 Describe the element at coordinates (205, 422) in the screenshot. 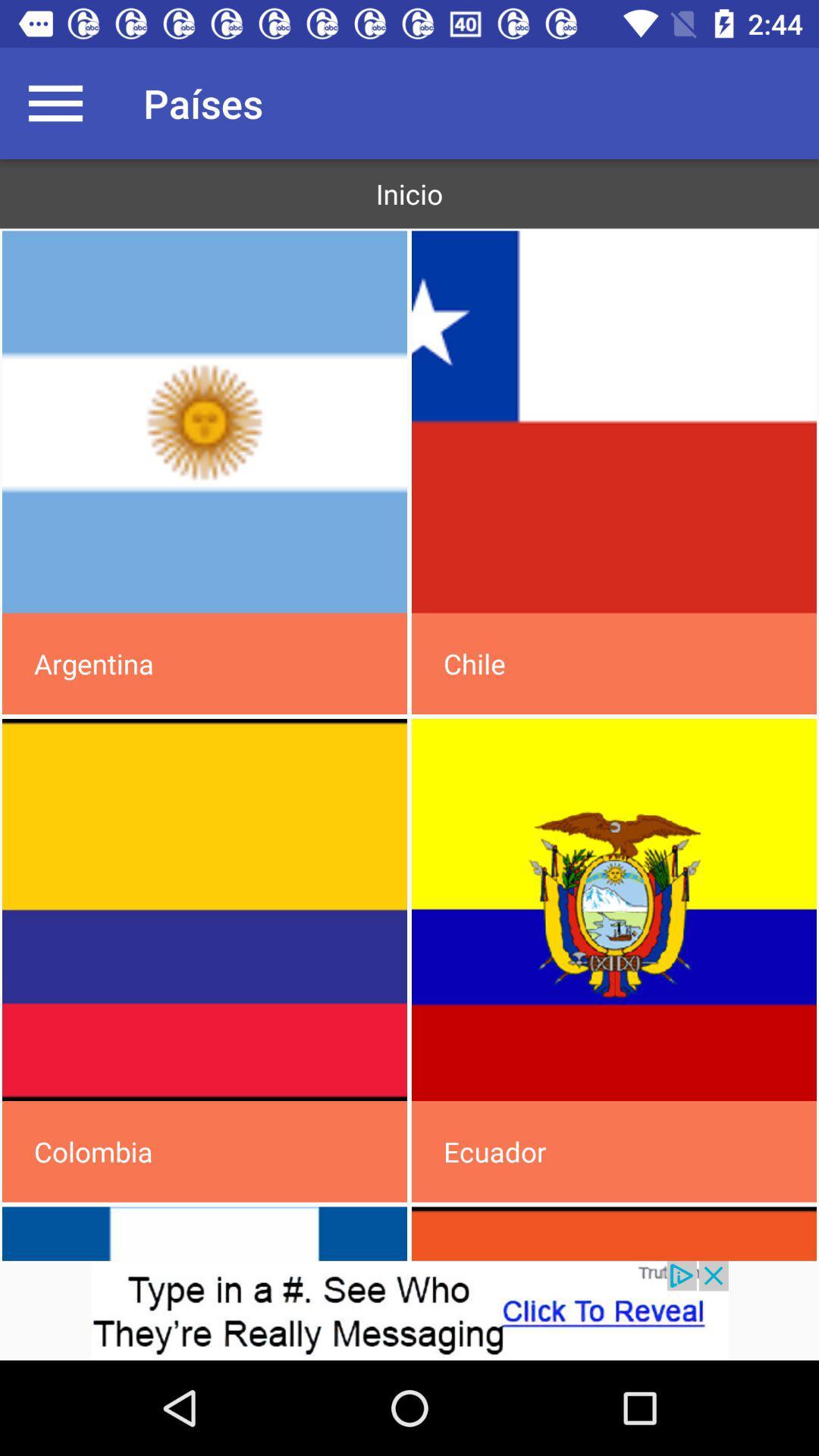

I see `autoplay option` at that location.